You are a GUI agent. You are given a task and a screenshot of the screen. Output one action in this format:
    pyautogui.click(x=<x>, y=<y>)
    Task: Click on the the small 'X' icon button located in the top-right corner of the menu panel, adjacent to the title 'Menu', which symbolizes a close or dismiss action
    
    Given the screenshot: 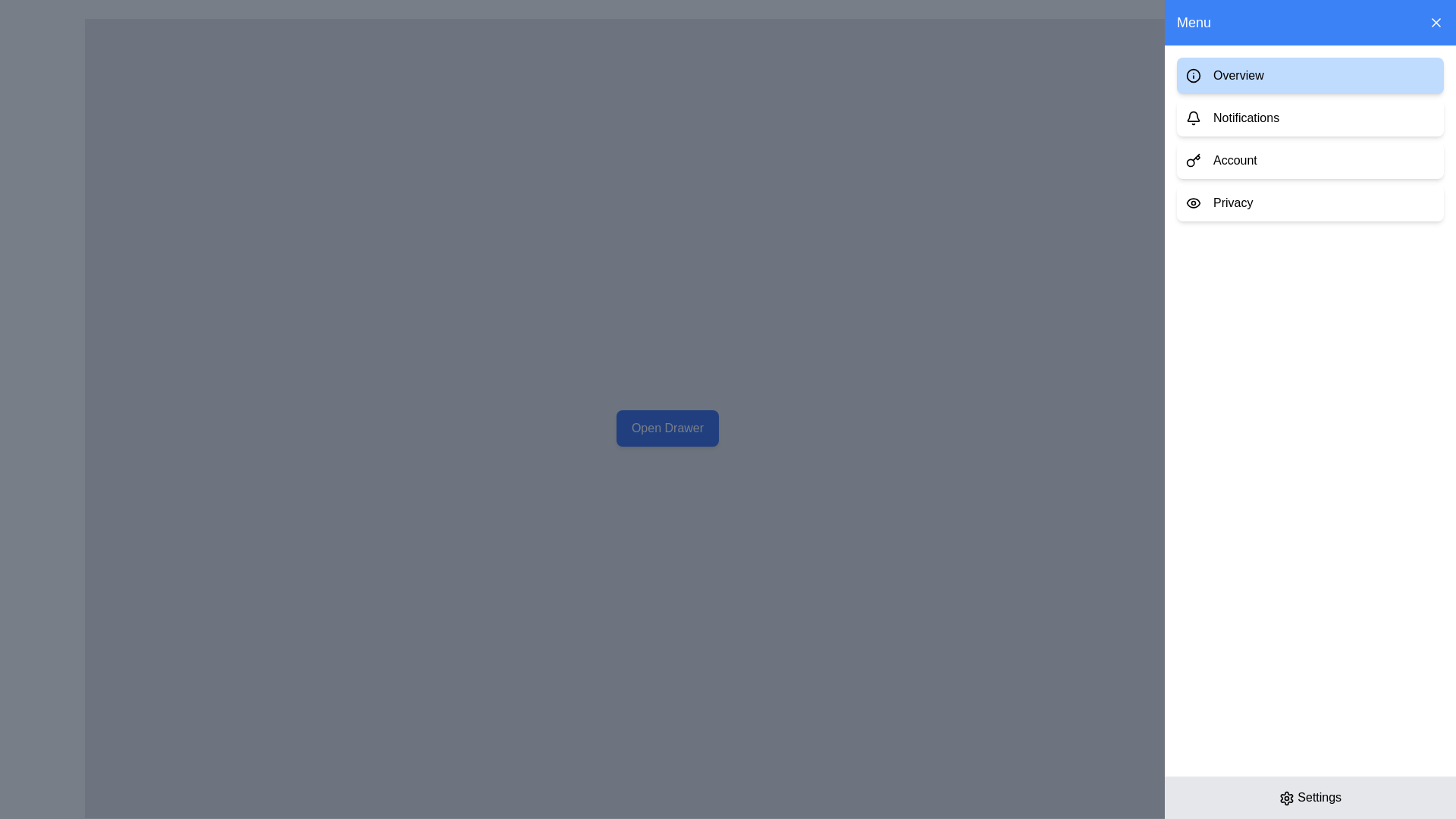 What is the action you would take?
    pyautogui.click(x=1436, y=23)
    